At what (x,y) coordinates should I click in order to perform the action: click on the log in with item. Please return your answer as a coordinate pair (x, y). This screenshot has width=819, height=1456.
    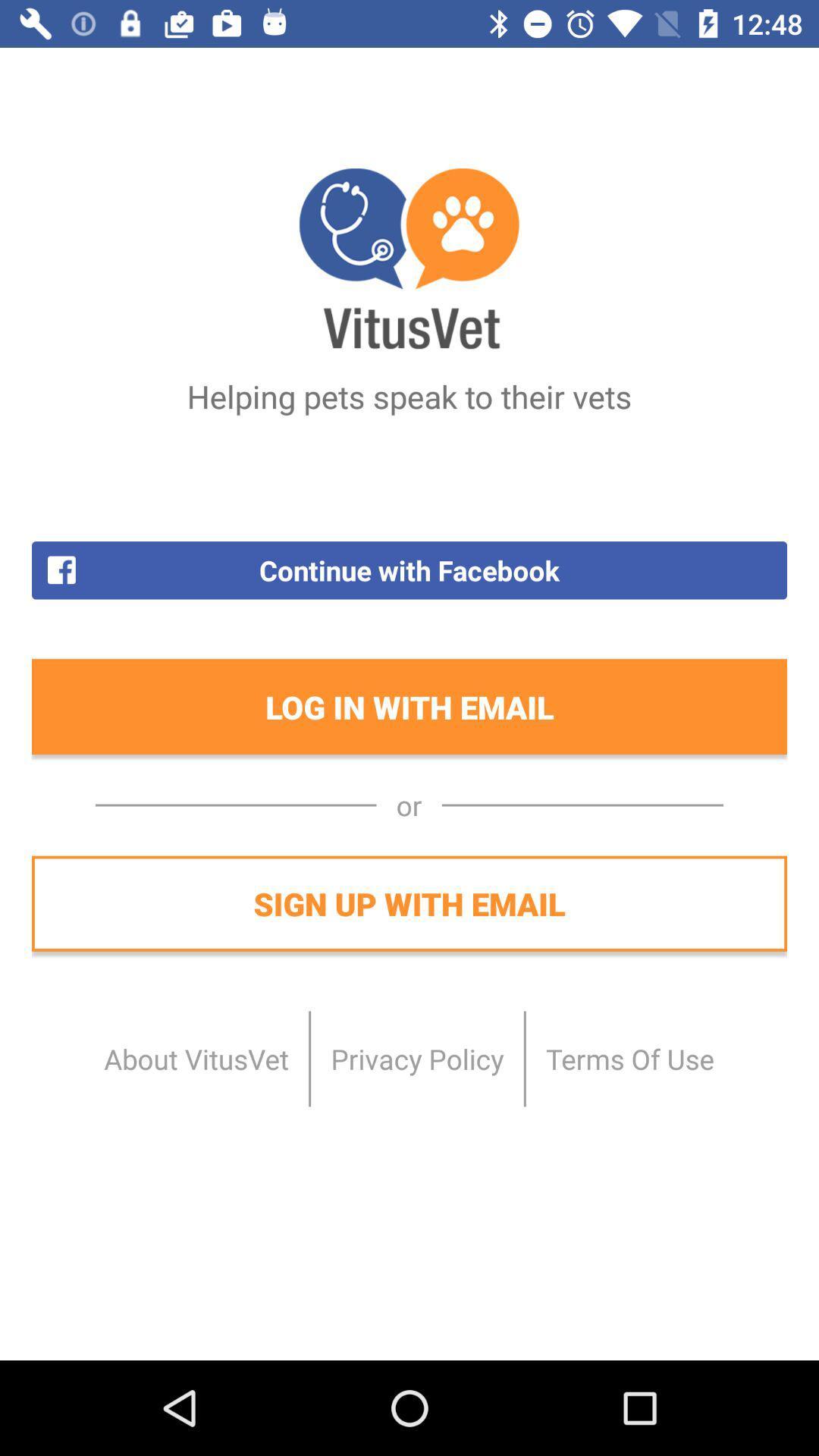
    Looking at the image, I should click on (409, 706).